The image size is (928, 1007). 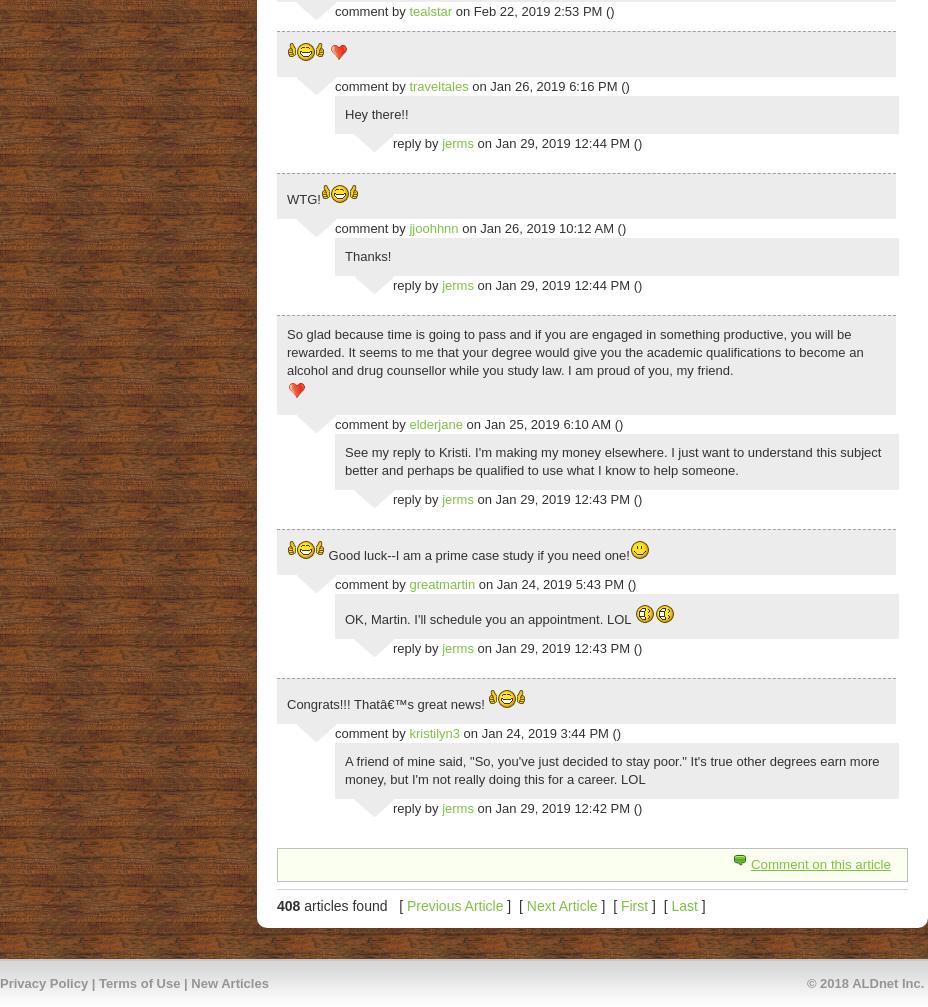 I want to click on 'traveltales', so click(x=438, y=86).